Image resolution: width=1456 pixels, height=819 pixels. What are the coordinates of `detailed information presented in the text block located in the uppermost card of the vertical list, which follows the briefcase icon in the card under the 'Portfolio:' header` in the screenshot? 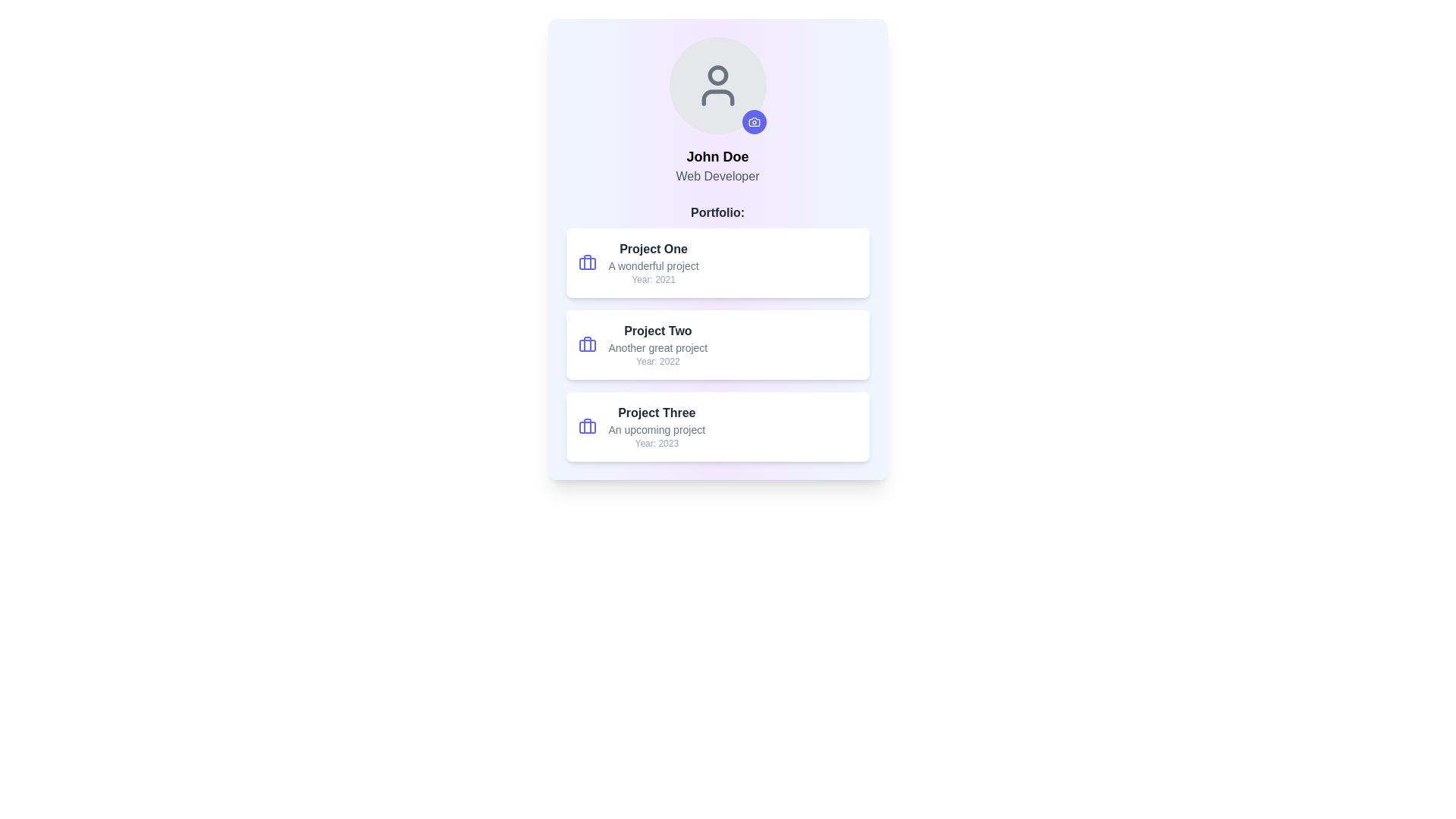 It's located at (654, 262).